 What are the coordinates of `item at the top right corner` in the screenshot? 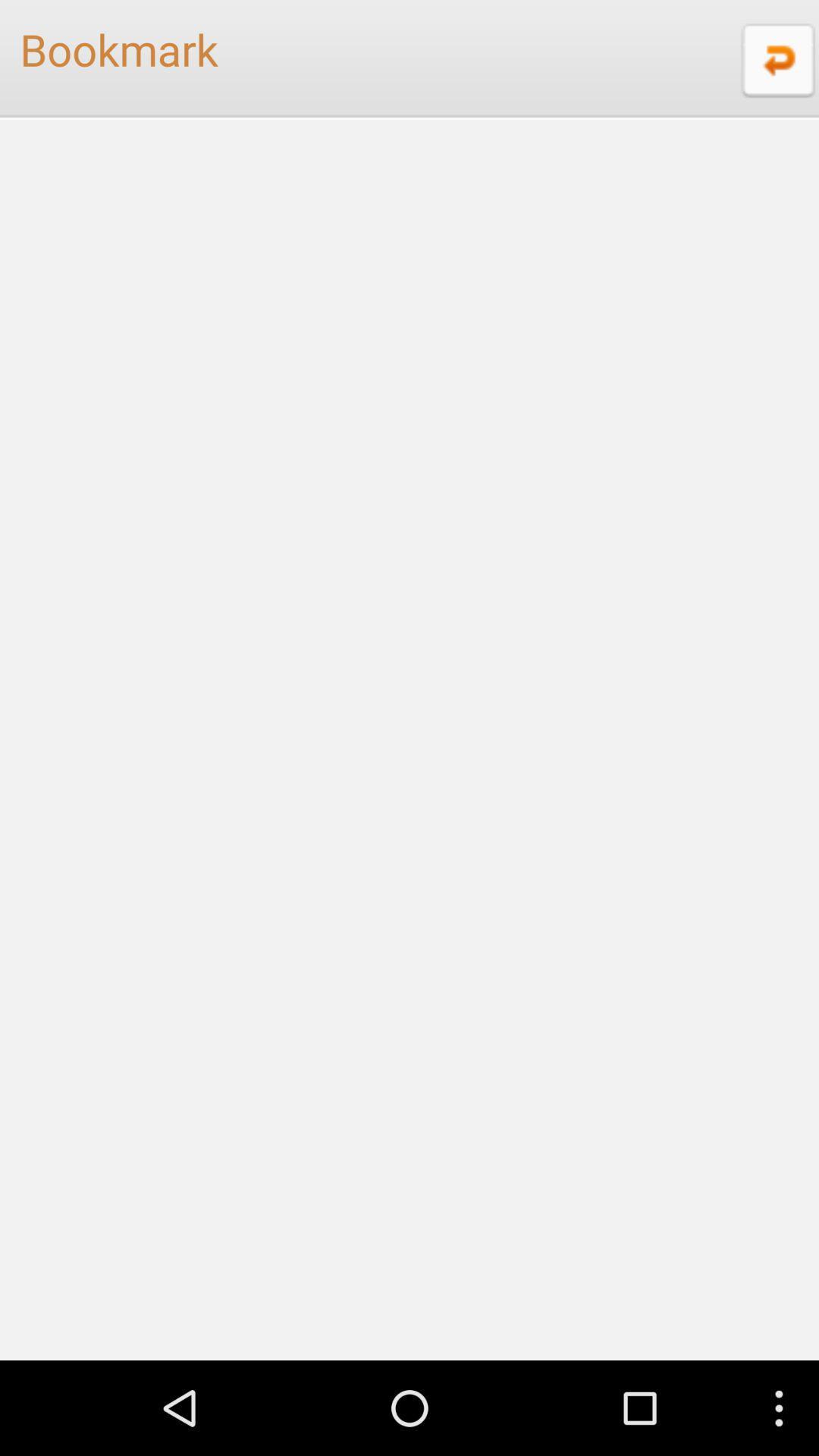 It's located at (776, 59).